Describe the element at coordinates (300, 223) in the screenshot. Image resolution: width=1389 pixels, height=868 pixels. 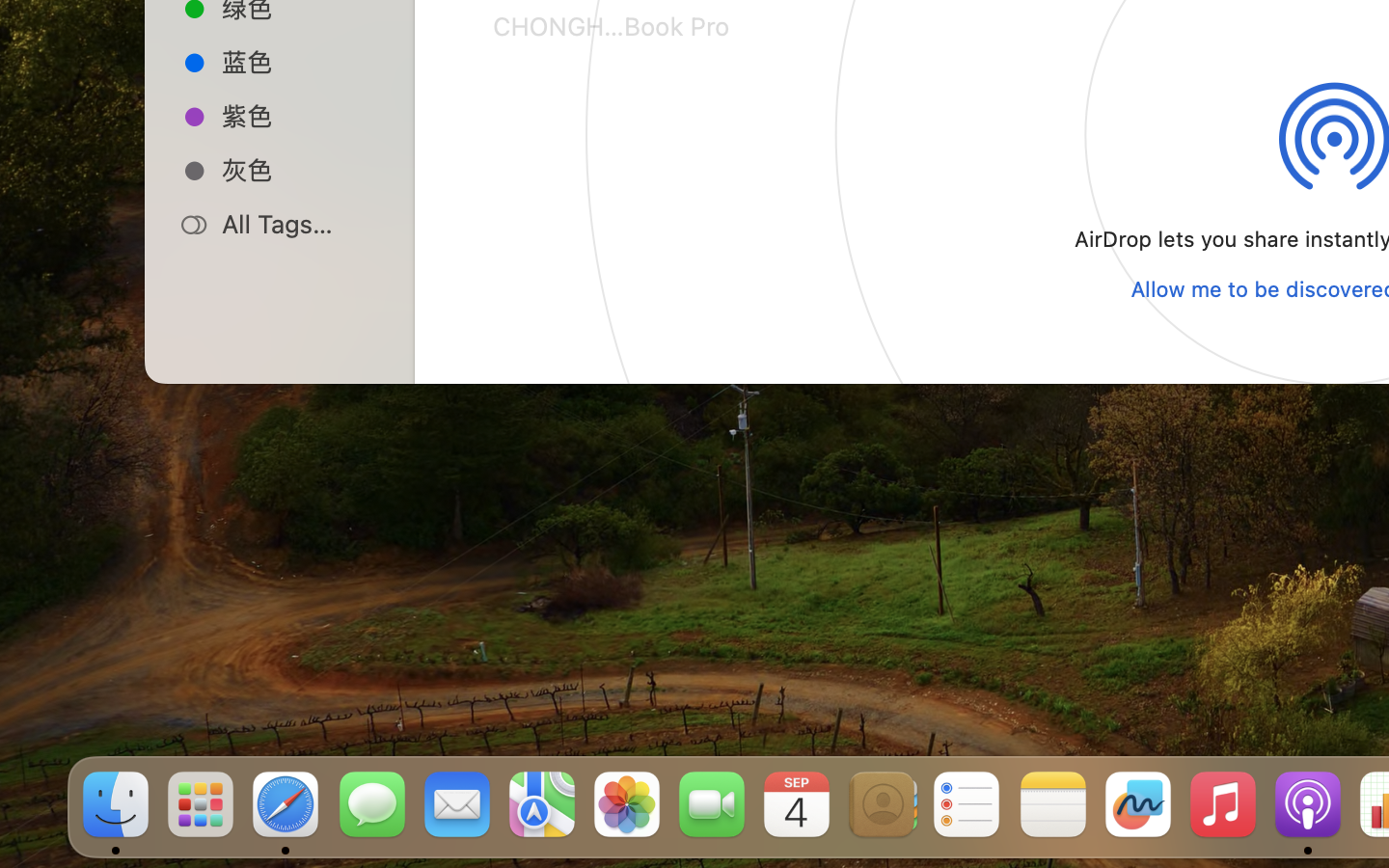
I see `'All Tags…'` at that location.